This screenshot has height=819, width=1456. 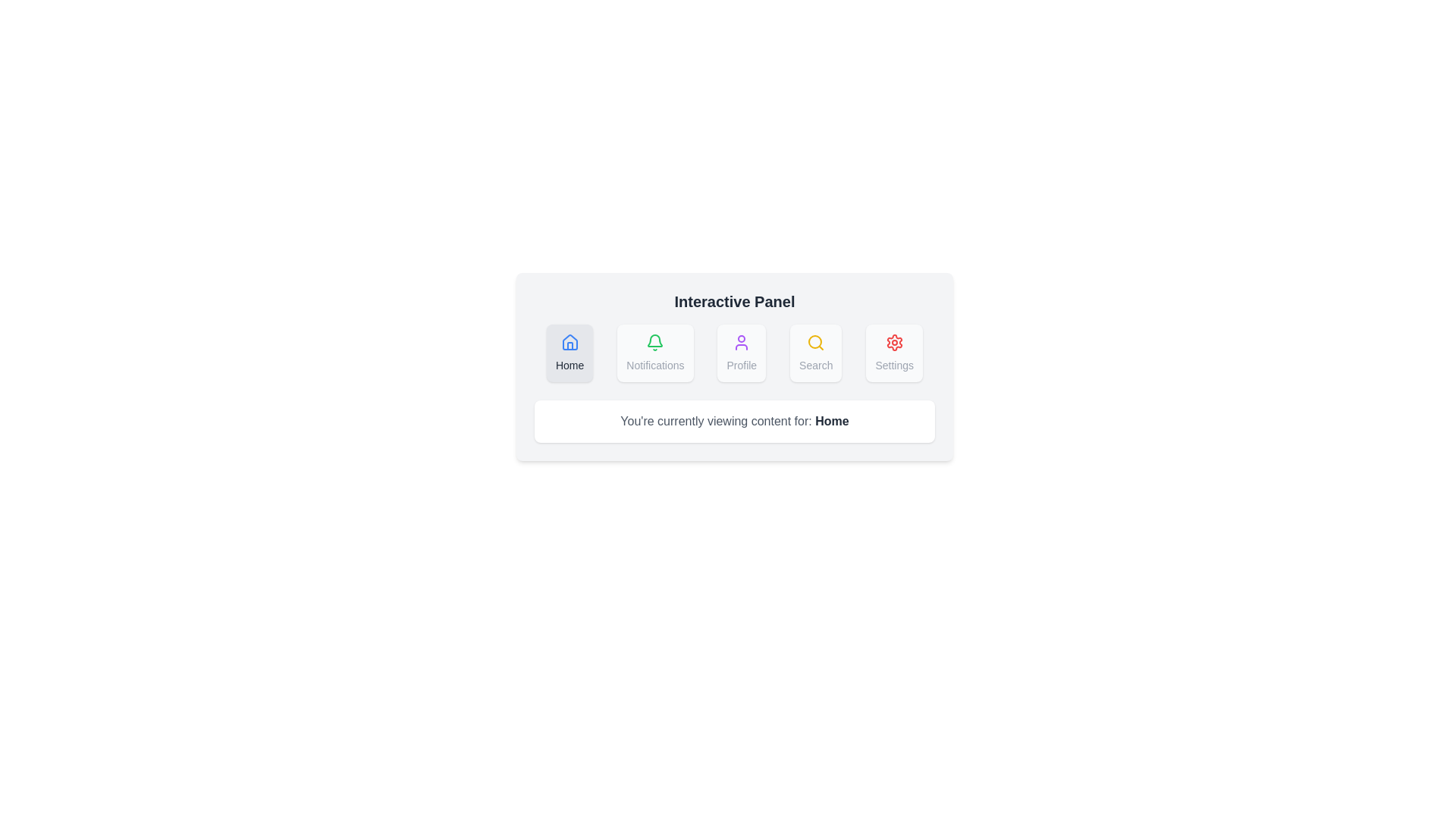 What do you see at coordinates (814, 342) in the screenshot?
I see `the central circular part of the 'Search' icon, which is a yellow-bordered circular shape within the magnifying glass representation` at bounding box center [814, 342].